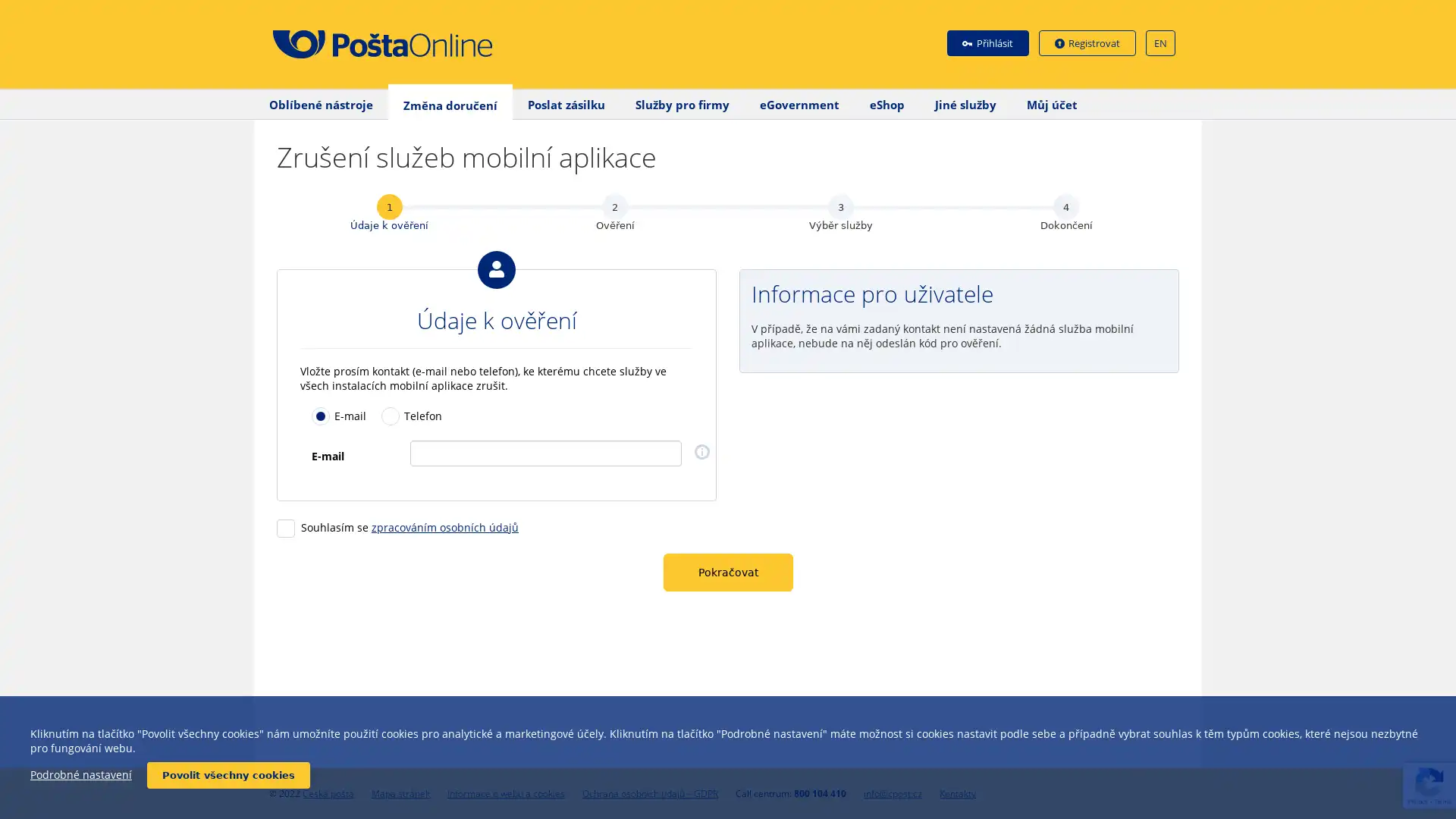 This screenshot has width=1456, height=819. Describe the element at coordinates (726, 572) in the screenshot. I see `Pokracovat` at that location.